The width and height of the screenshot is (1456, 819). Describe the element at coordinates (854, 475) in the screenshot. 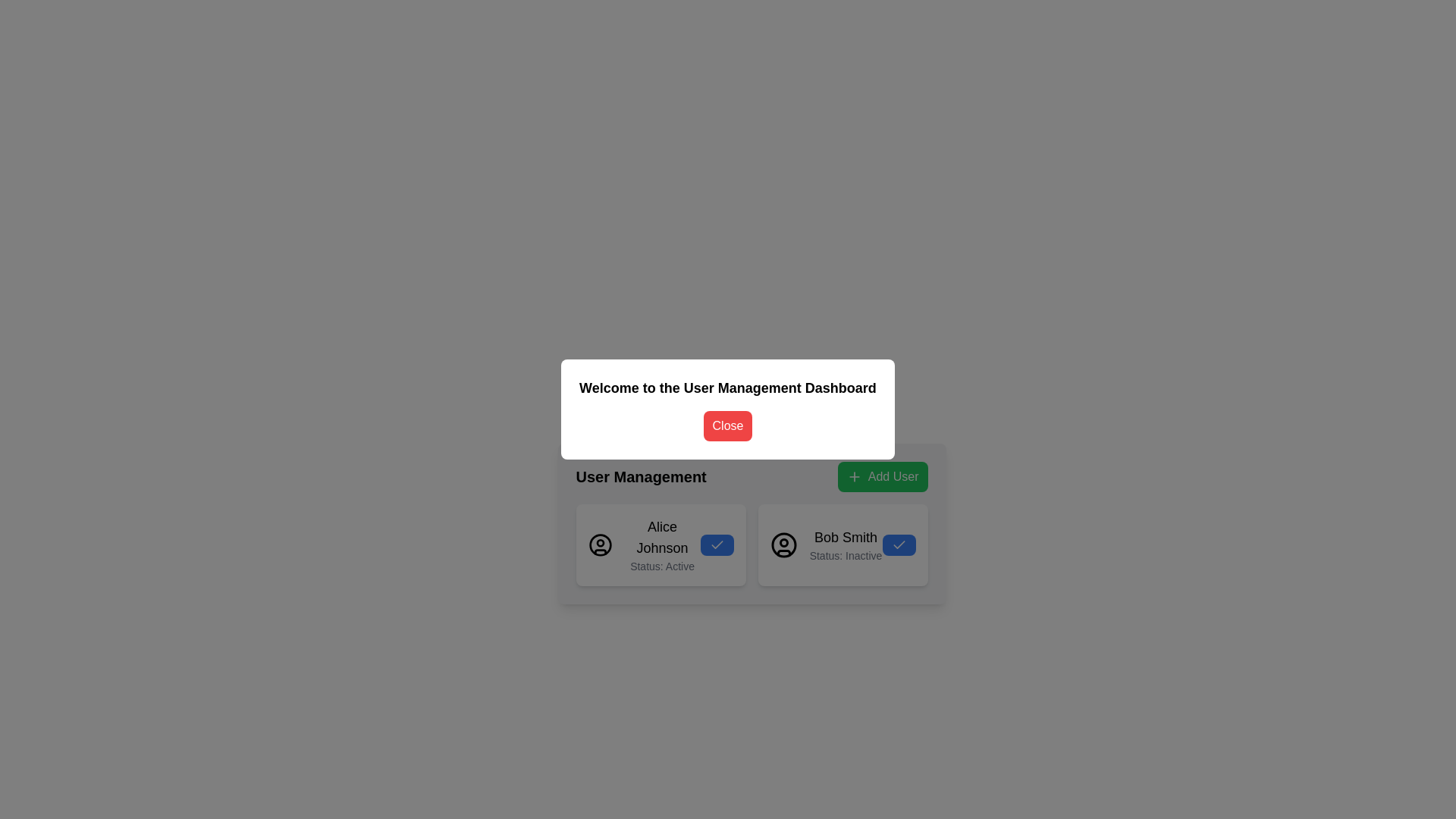

I see `the green 'Add User' button containing the plus sign icon, which is located in the top-right corner of the user management section` at that location.